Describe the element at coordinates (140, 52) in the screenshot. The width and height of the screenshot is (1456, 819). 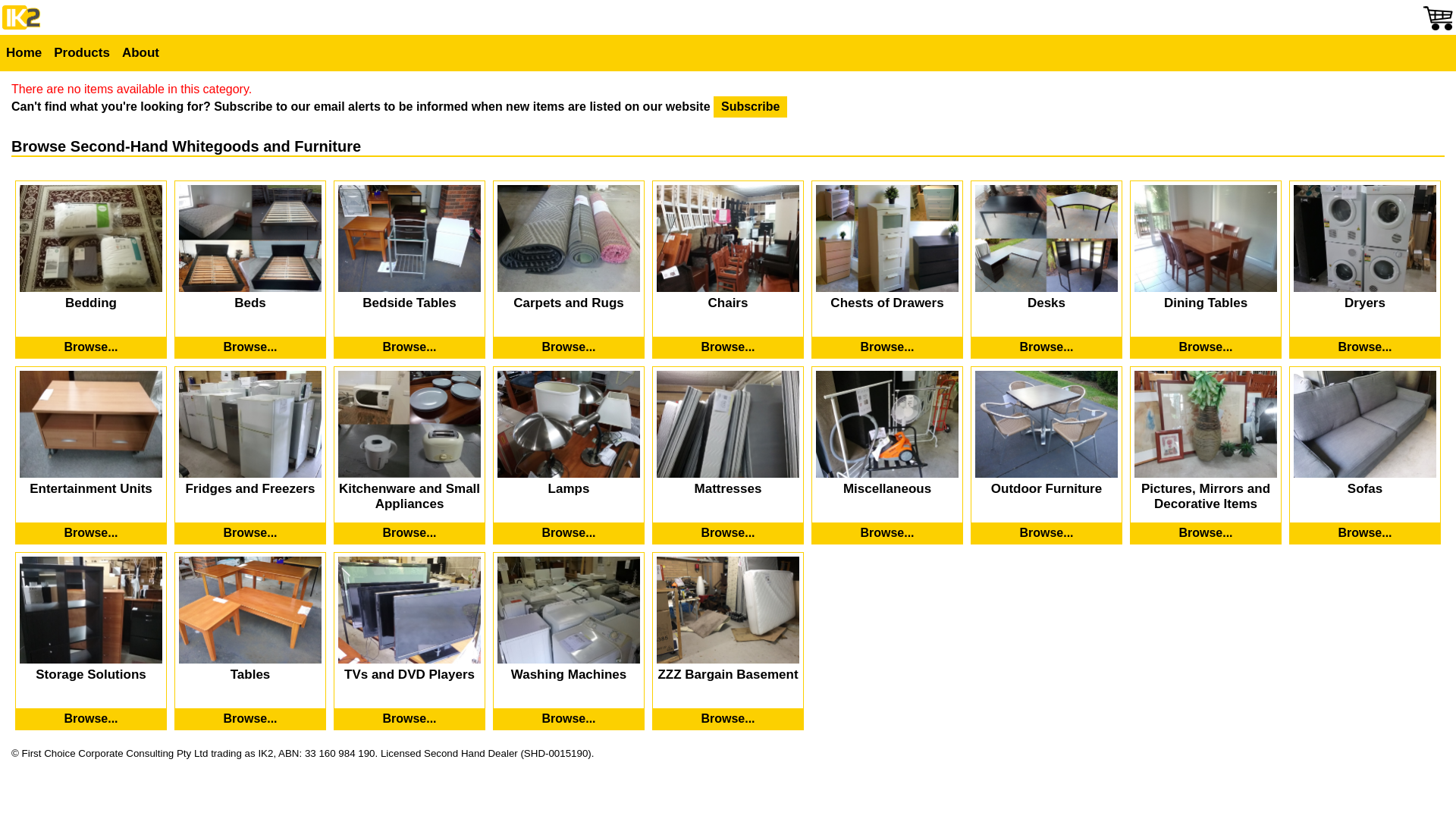
I see `'About'` at that location.